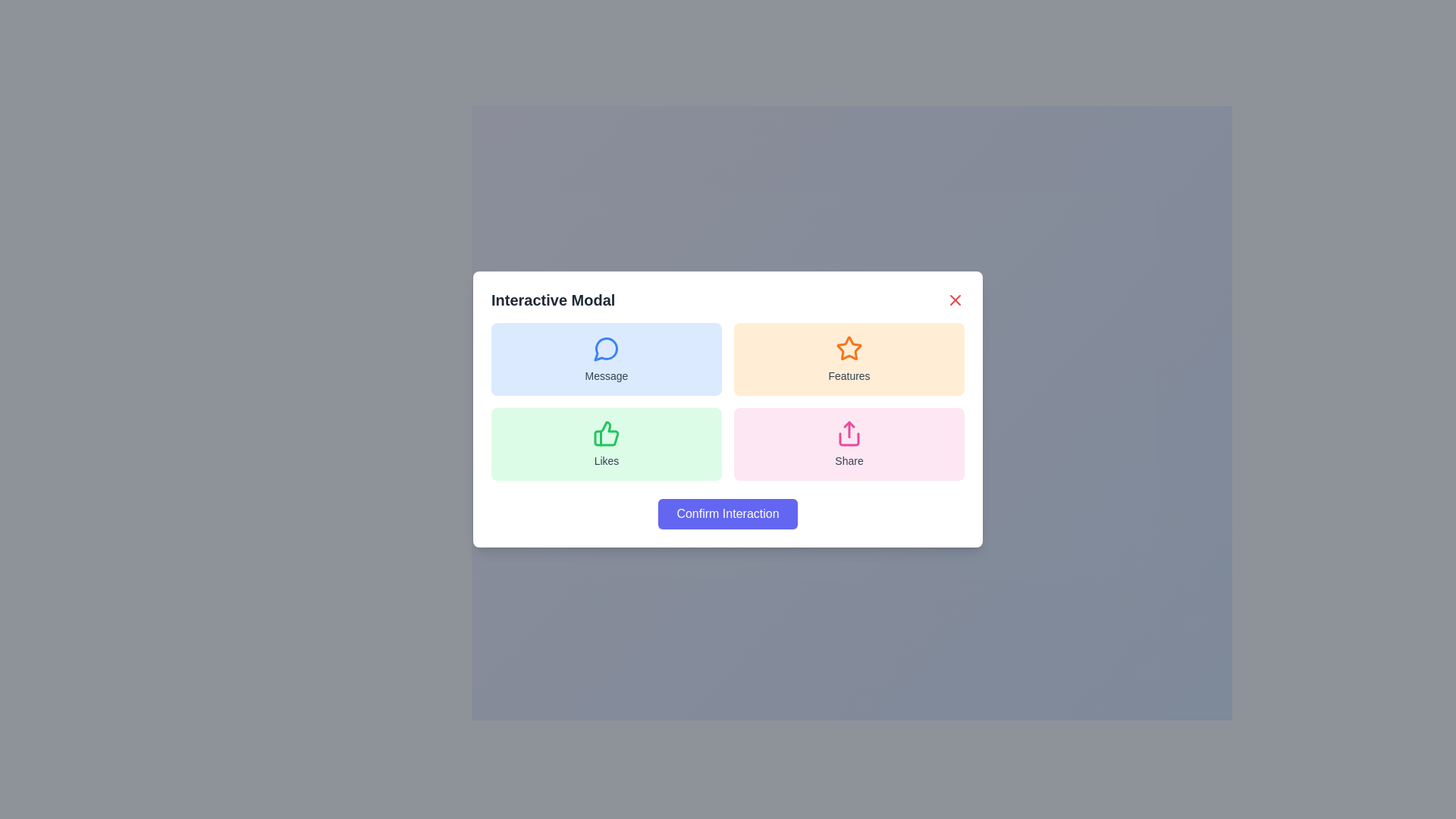 This screenshot has width=1456, height=819. What do you see at coordinates (607, 444) in the screenshot?
I see `the informational block displaying a thumbs-up icon and the label 'Likes', located in the lower left portion of the grid layout` at bounding box center [607, 444].